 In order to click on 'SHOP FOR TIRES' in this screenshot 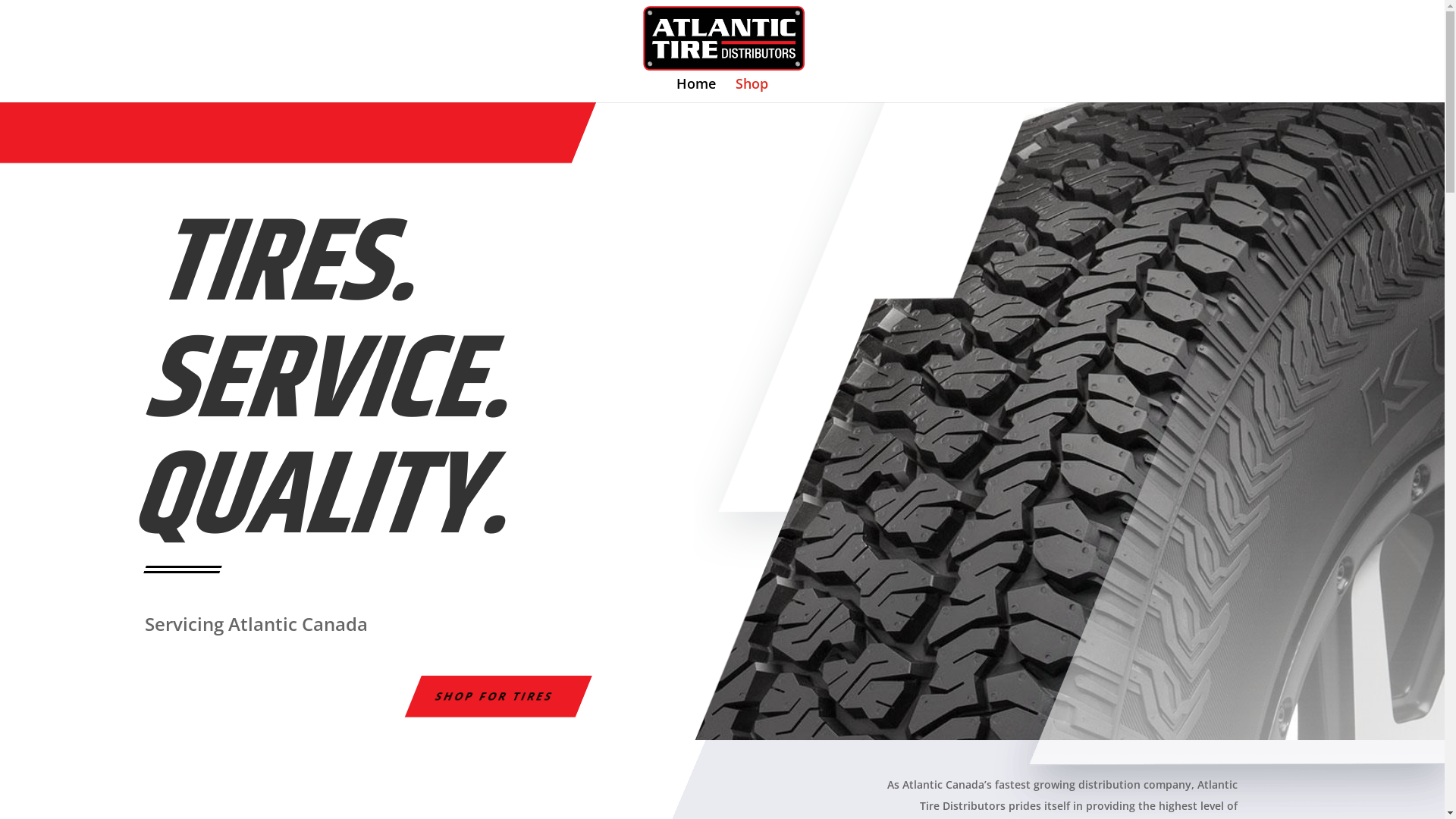, I will do `click(490, 696)`.